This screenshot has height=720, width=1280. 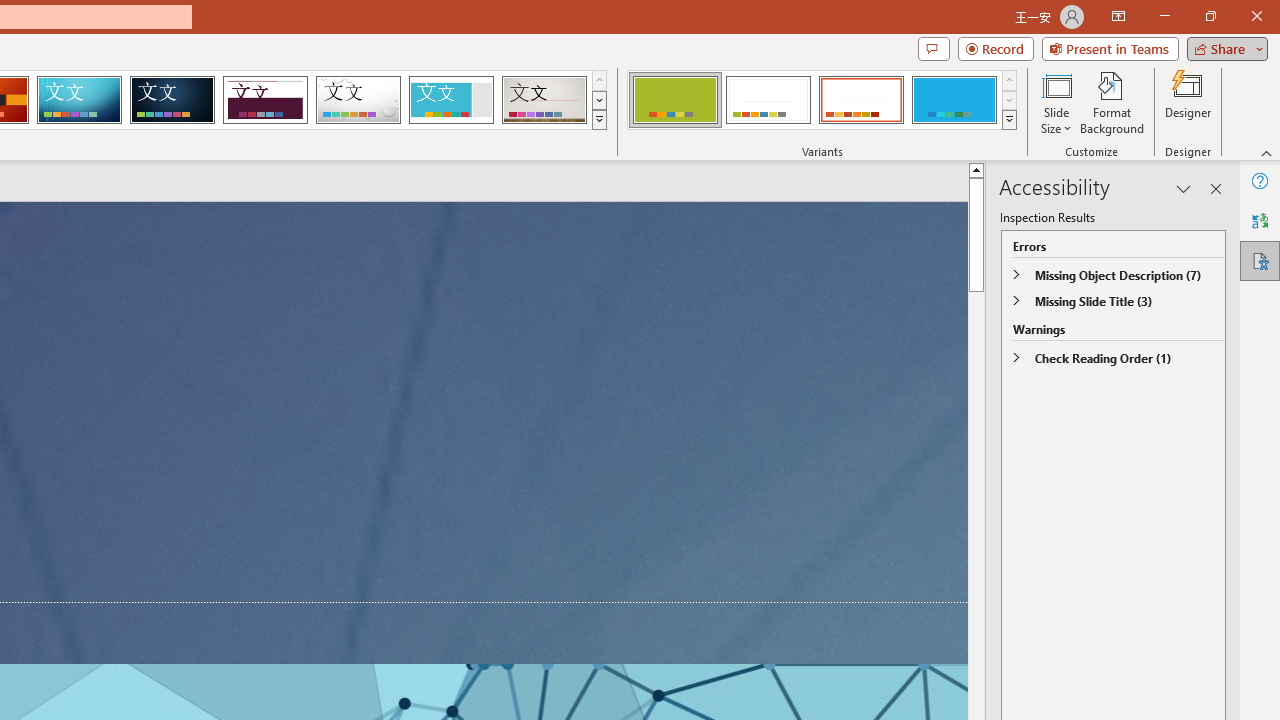 What do you see at coordinates (953, 100) in the screenshot?
I see `'Basis Variant 4'` at bounding box center [953, 100].